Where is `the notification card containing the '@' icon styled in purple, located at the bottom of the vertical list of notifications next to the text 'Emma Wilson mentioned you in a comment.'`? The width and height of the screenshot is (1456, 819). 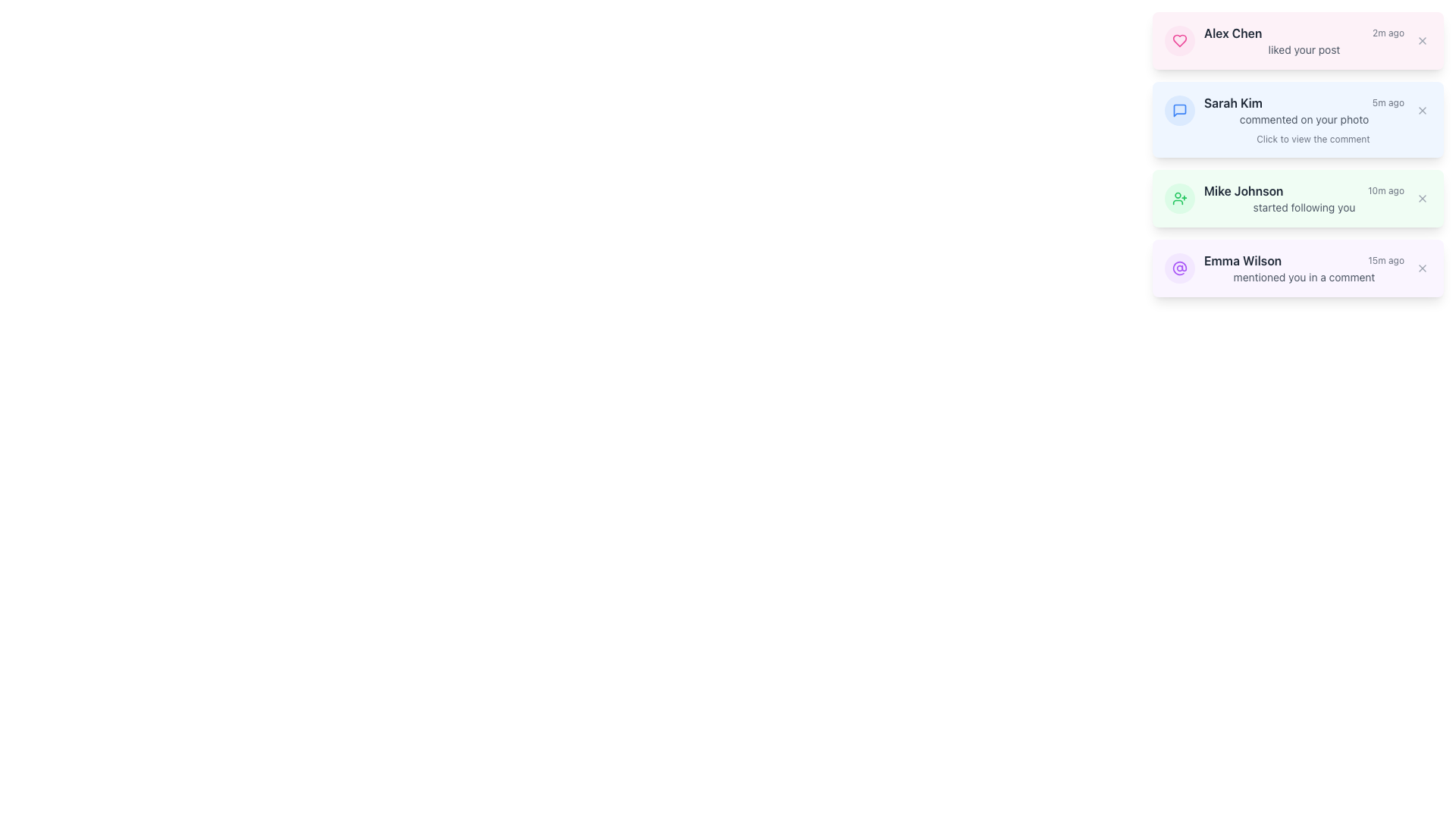
the notification card containing the '@' icon styled in purple, located at the bottom of the vertical list of notifications next to the text 'Emma Wilson mentioned you in a comment.' is located at coordinates (1178, 268).